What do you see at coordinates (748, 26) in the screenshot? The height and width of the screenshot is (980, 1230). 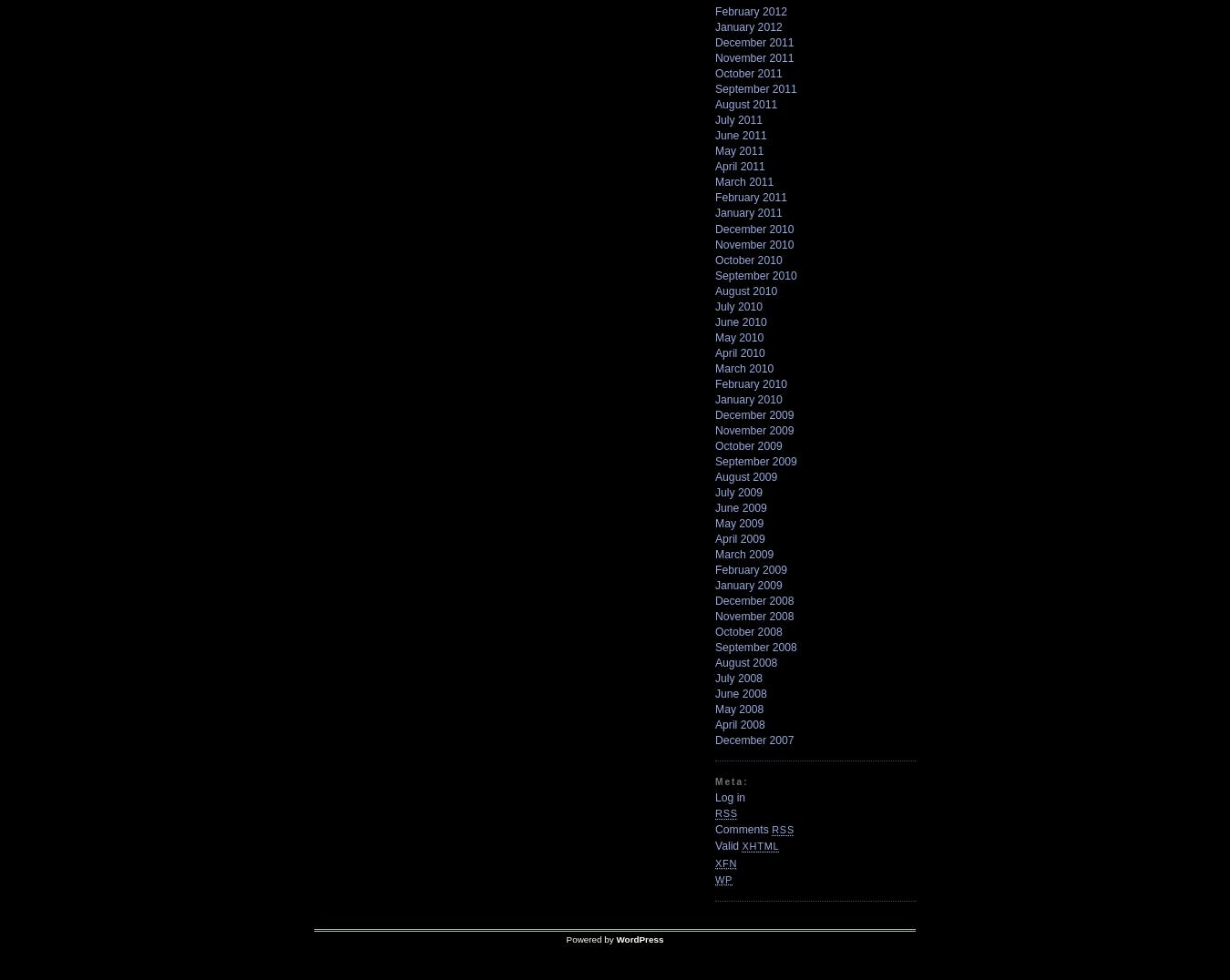 I see `'January 2012'` at bounding box center [748, 26].